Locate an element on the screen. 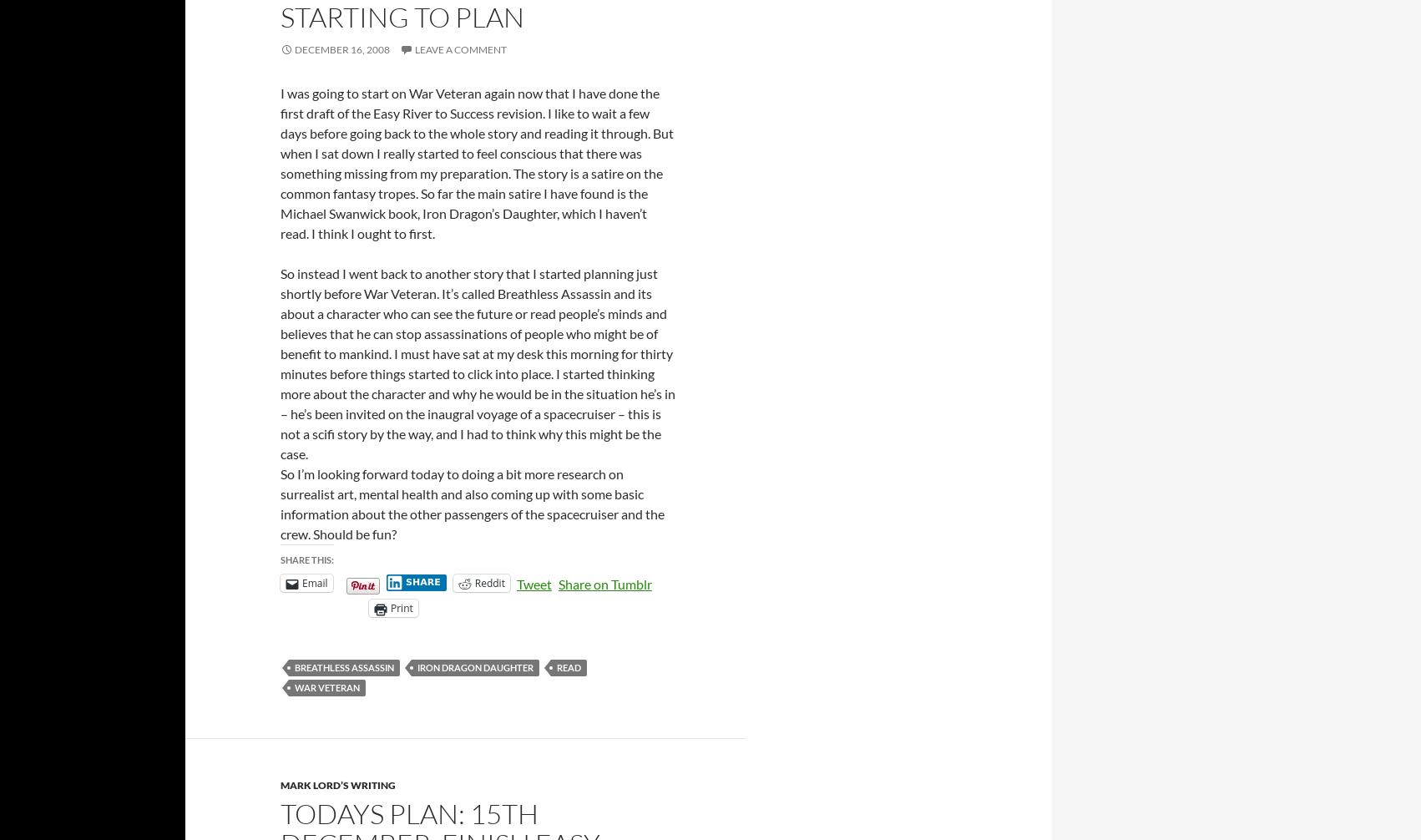  'read' is located at coordinates (569, 666).